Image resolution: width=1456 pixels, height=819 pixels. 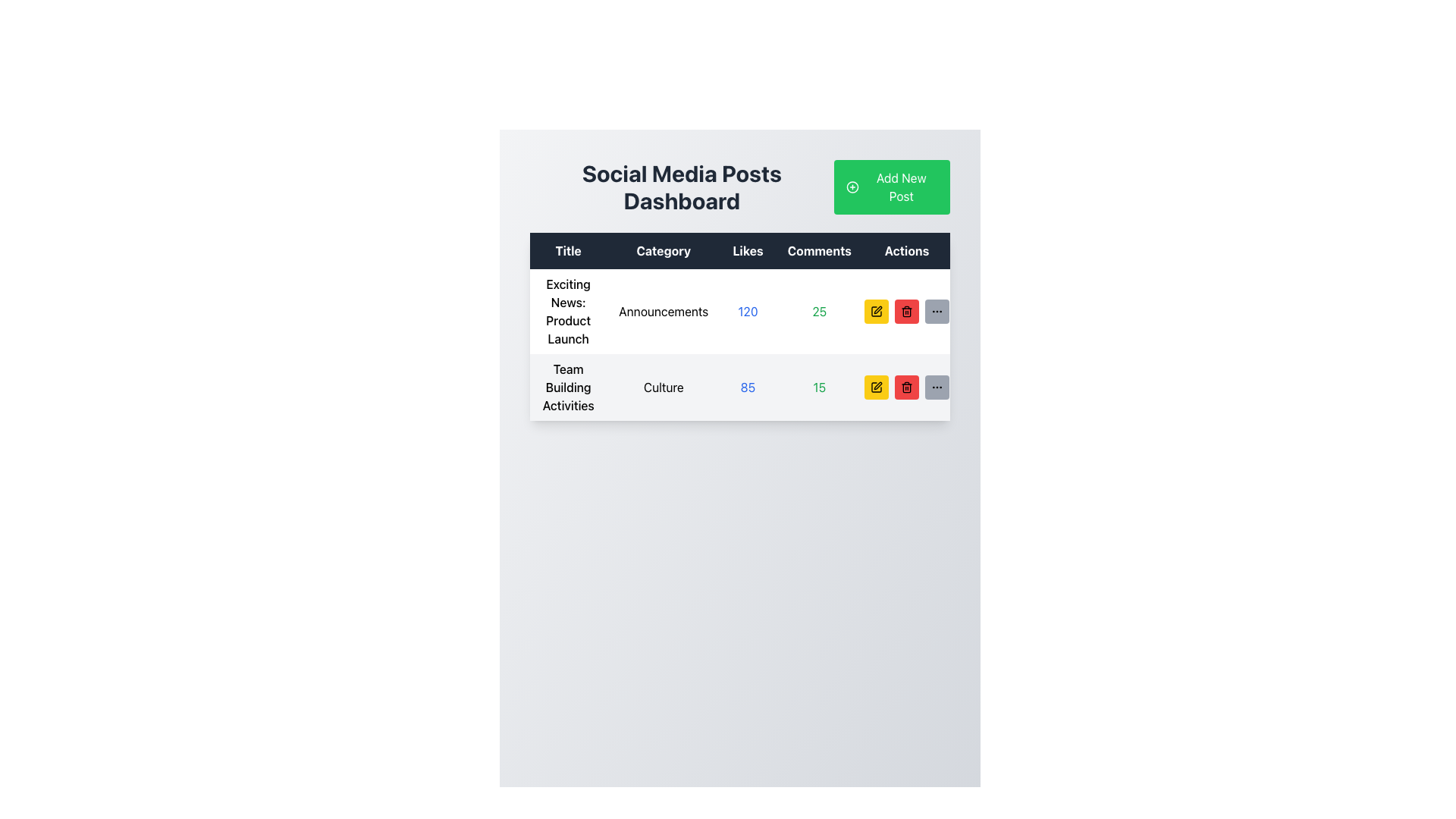 I want to click on the edit button located in the 'Actions' column of the second row in the table to initiate the edit function, so click(x=877, y=386).